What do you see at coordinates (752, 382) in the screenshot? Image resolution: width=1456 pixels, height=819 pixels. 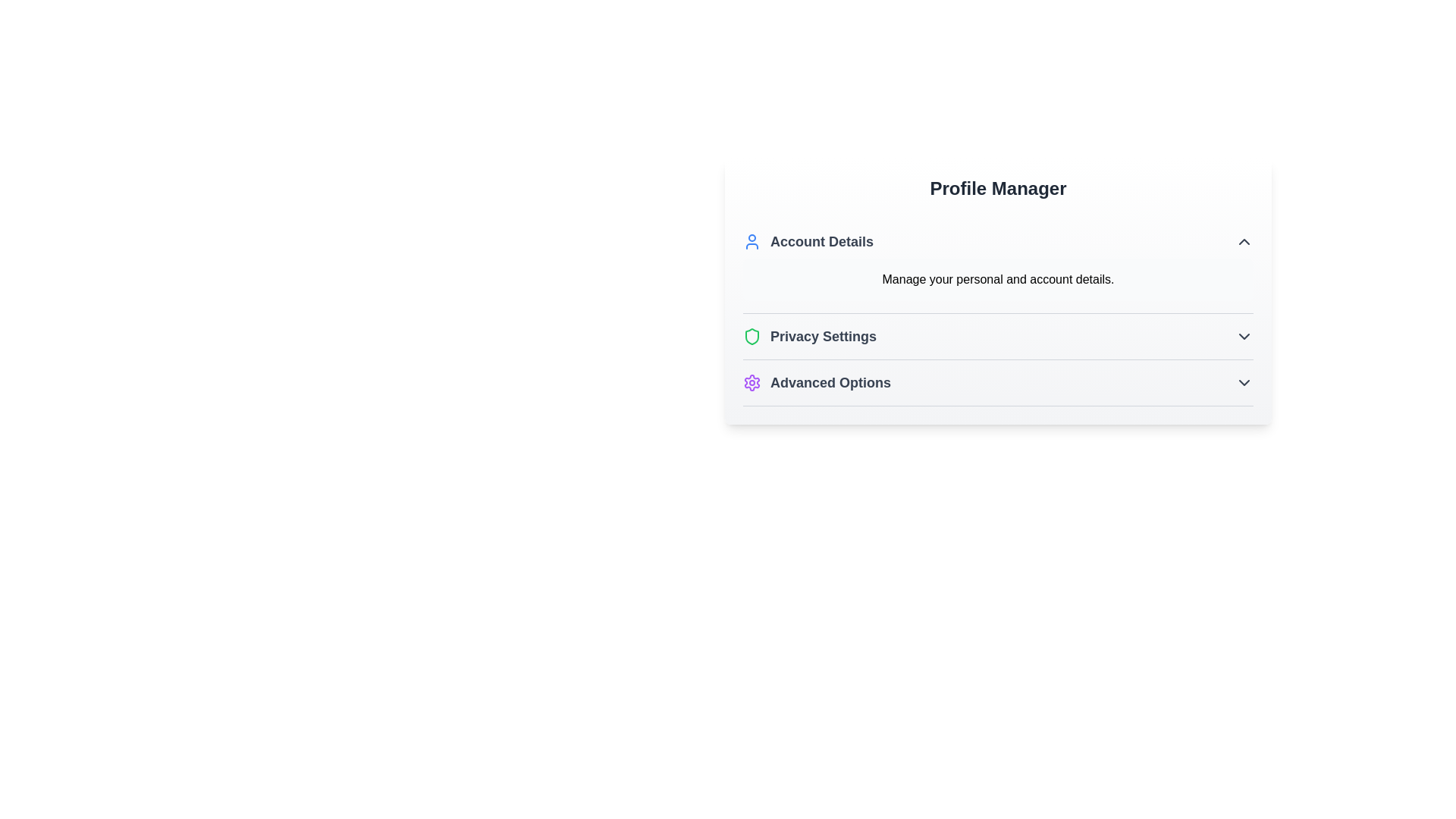 I see `the purple gear icon representing the settings function, located to the left of 'Advanced Options' in the Profile Manager interface` at bounding box center [752, 382].